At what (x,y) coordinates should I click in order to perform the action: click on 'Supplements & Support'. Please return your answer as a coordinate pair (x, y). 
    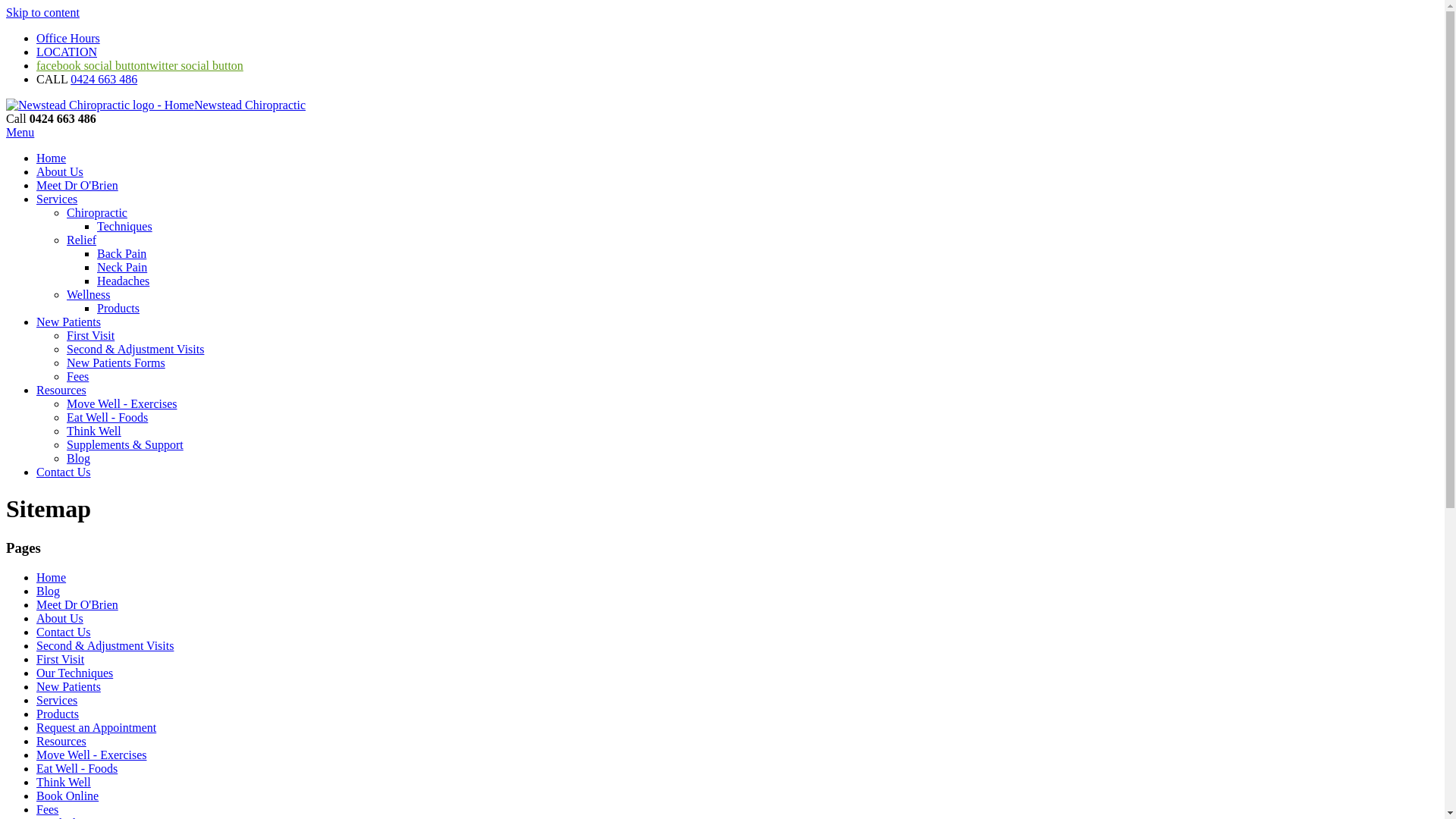
    Looking at the image, I should click on (124, 444).